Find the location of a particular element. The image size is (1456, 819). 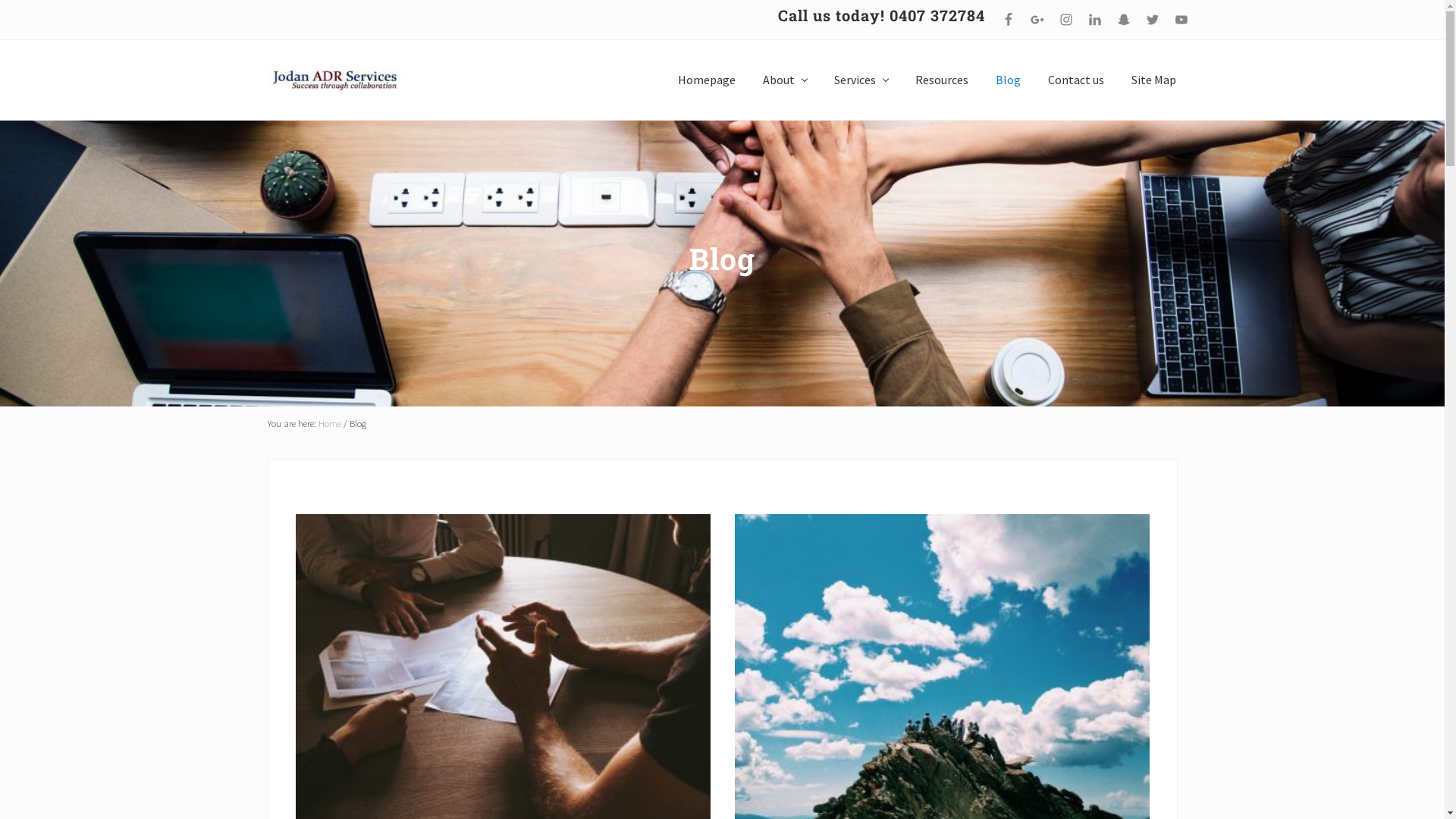

'About' is located at coordinates (750, 79).